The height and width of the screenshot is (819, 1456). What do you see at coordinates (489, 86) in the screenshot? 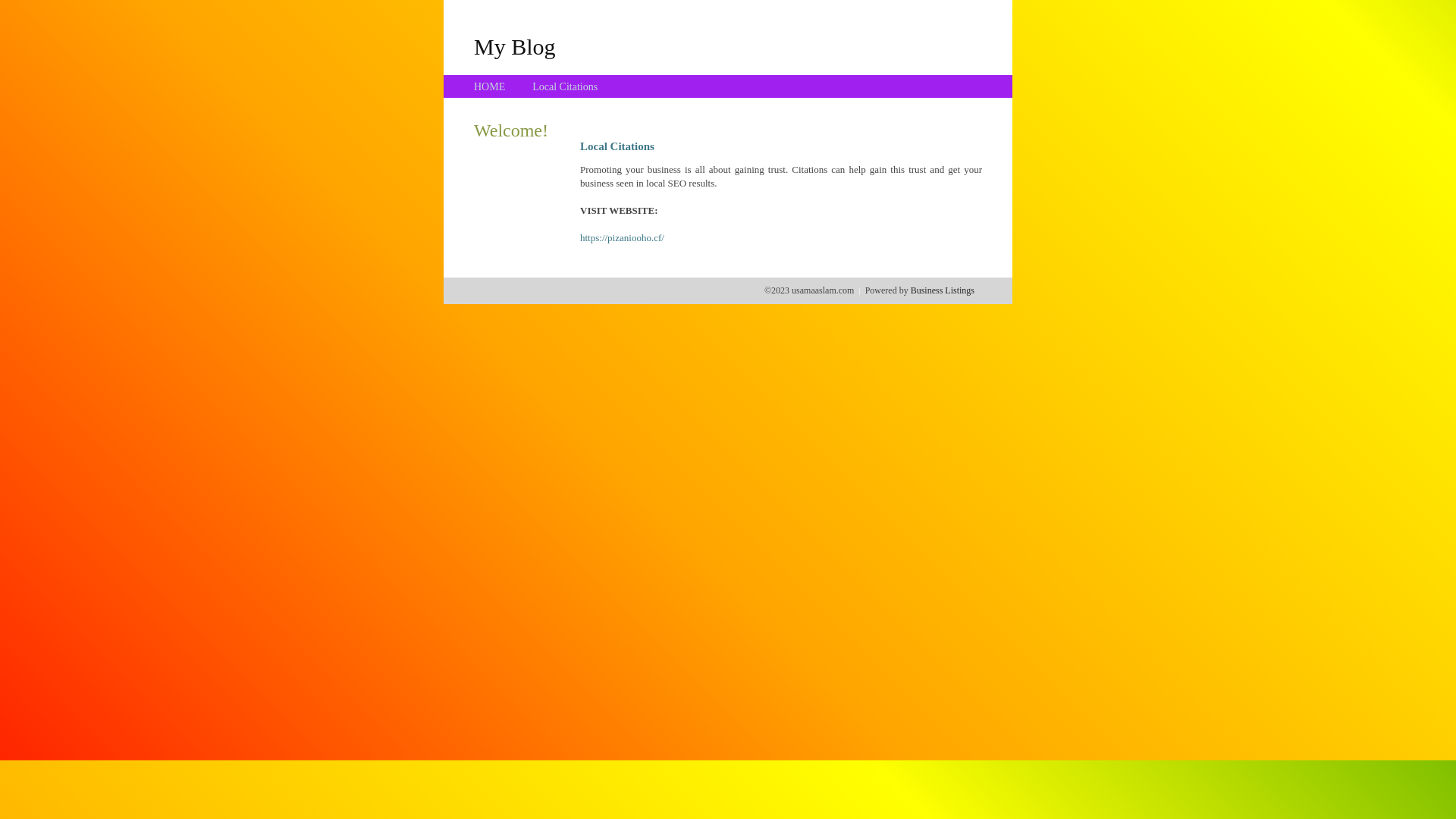
I see `'HOME'` at bounding box center [489, 86].